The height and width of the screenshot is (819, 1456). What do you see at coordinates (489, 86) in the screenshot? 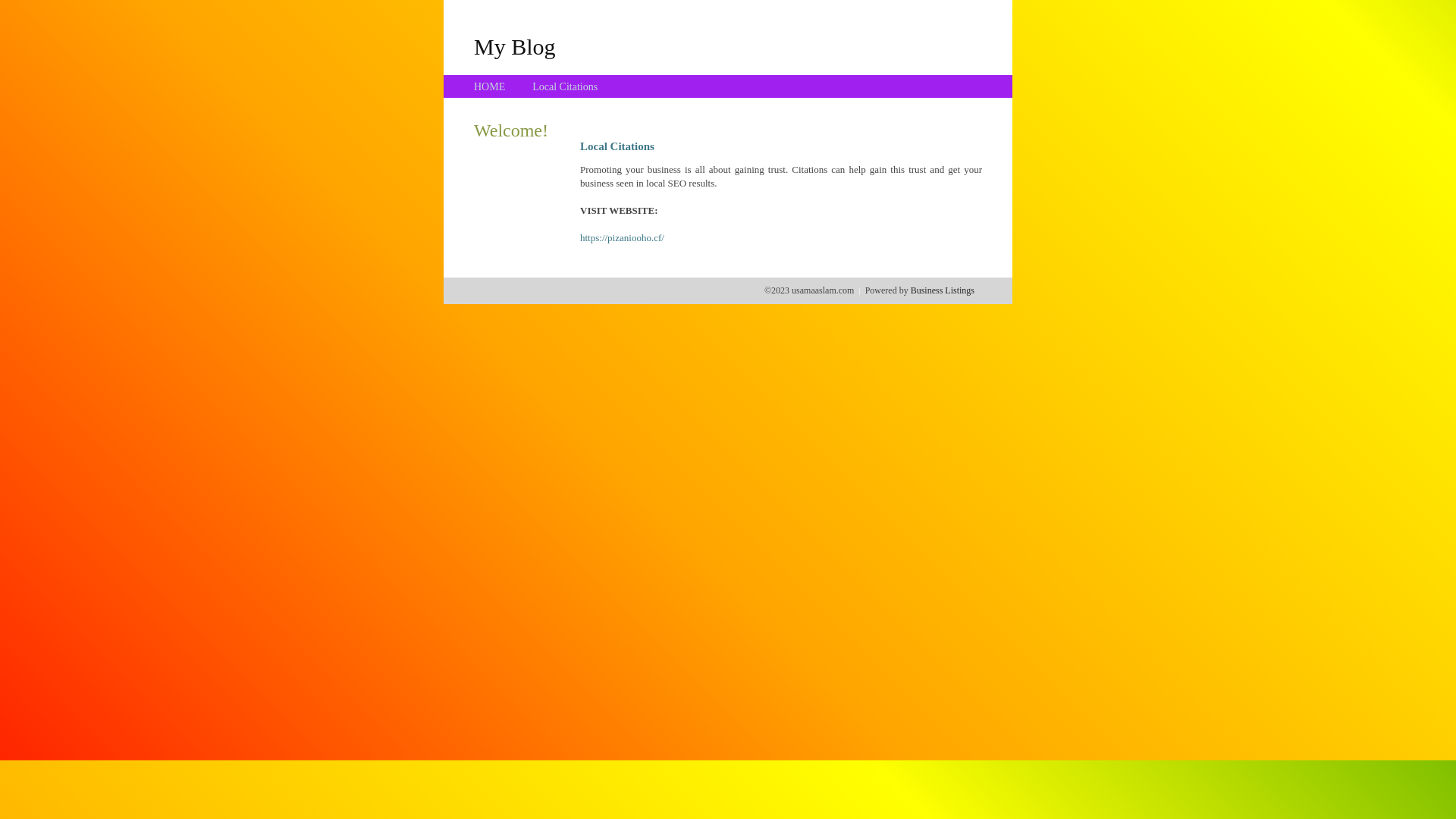
I see `'HOME'` at bounding box center [489, 86].